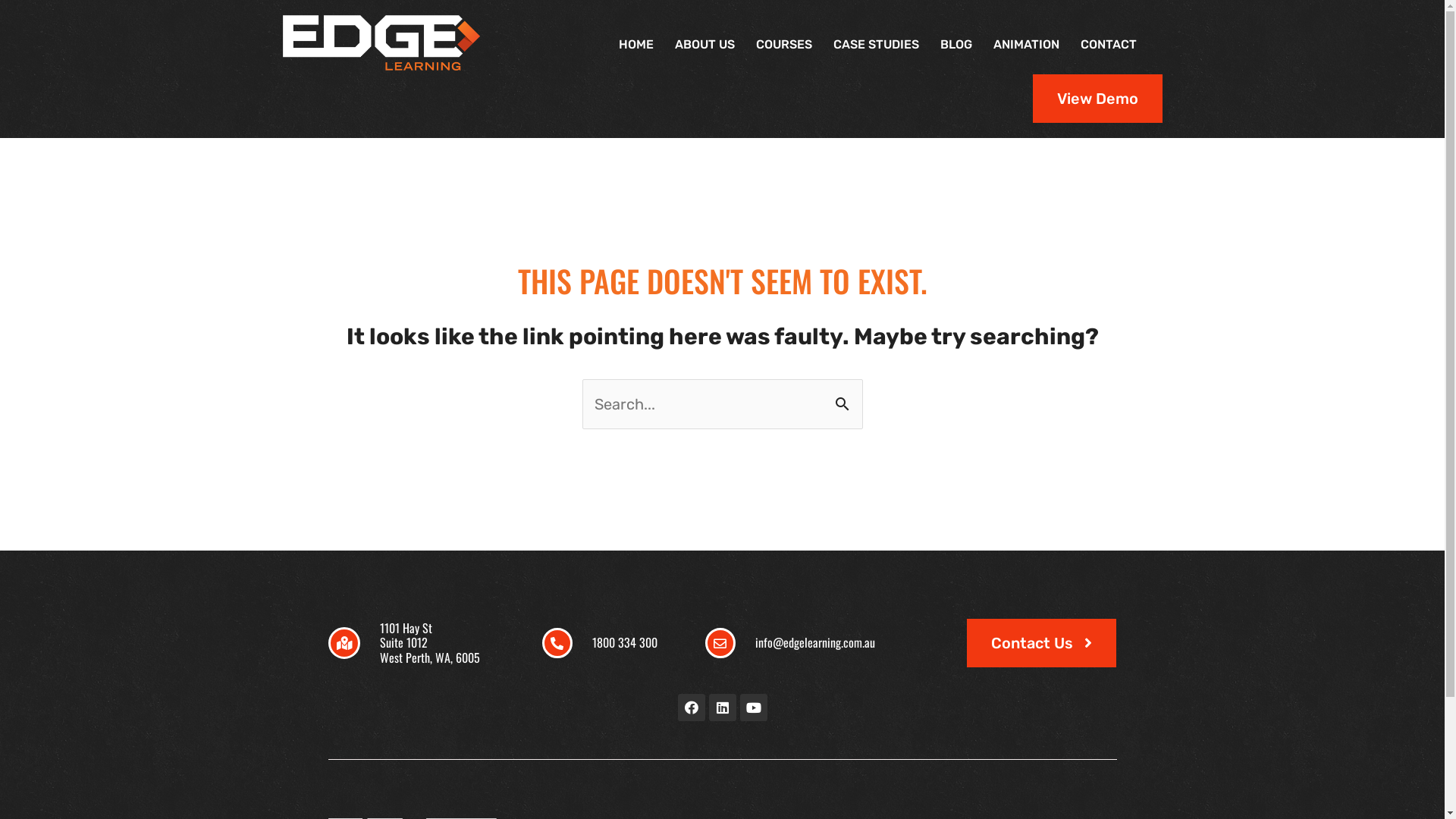  What do you see at coordinates (739, 708) in the screenshot?
I see `'Youtube'` at bounding box center [739, 708].